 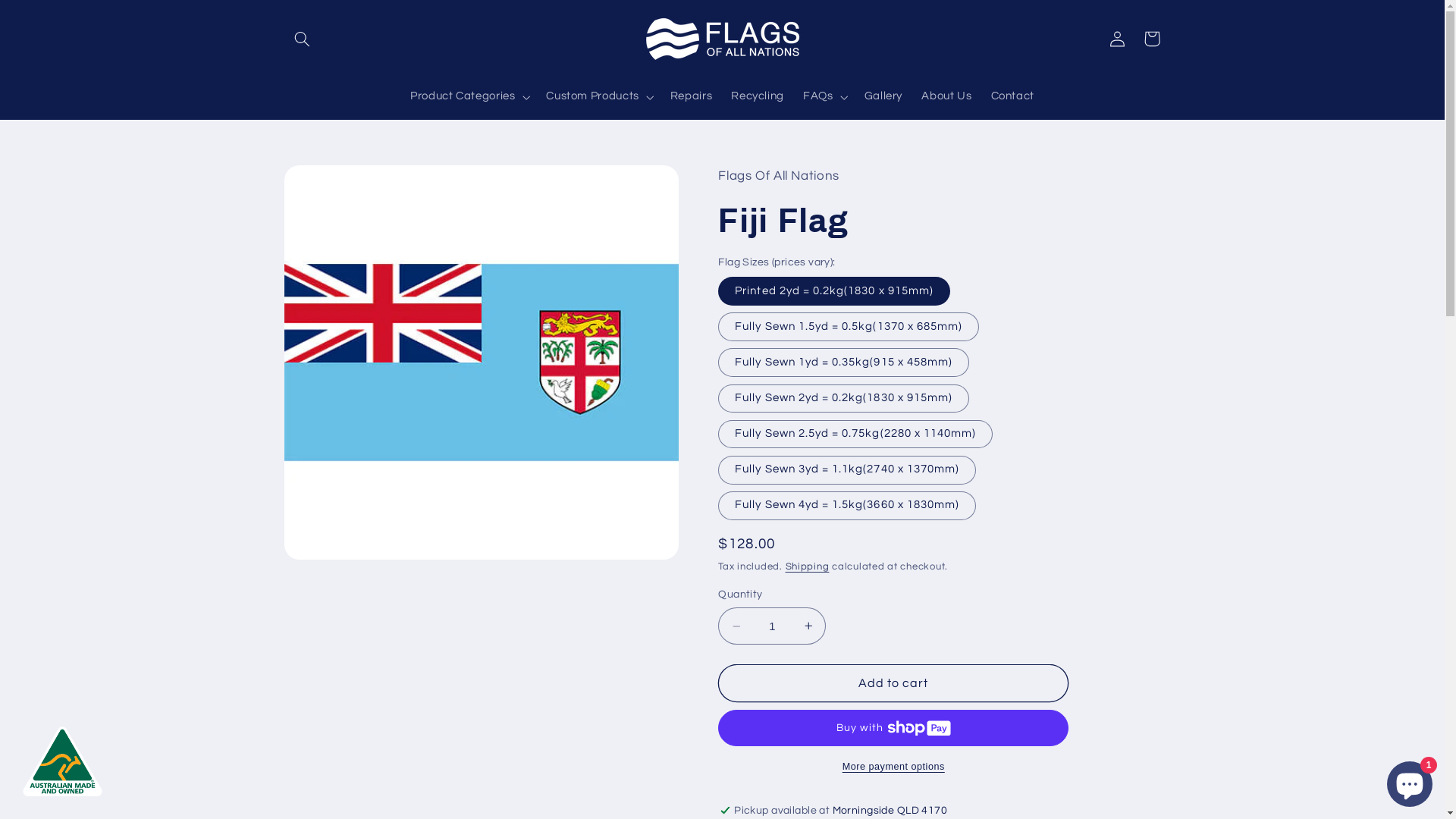 I want to click on 'Cart', so click(x=1151, y=37).